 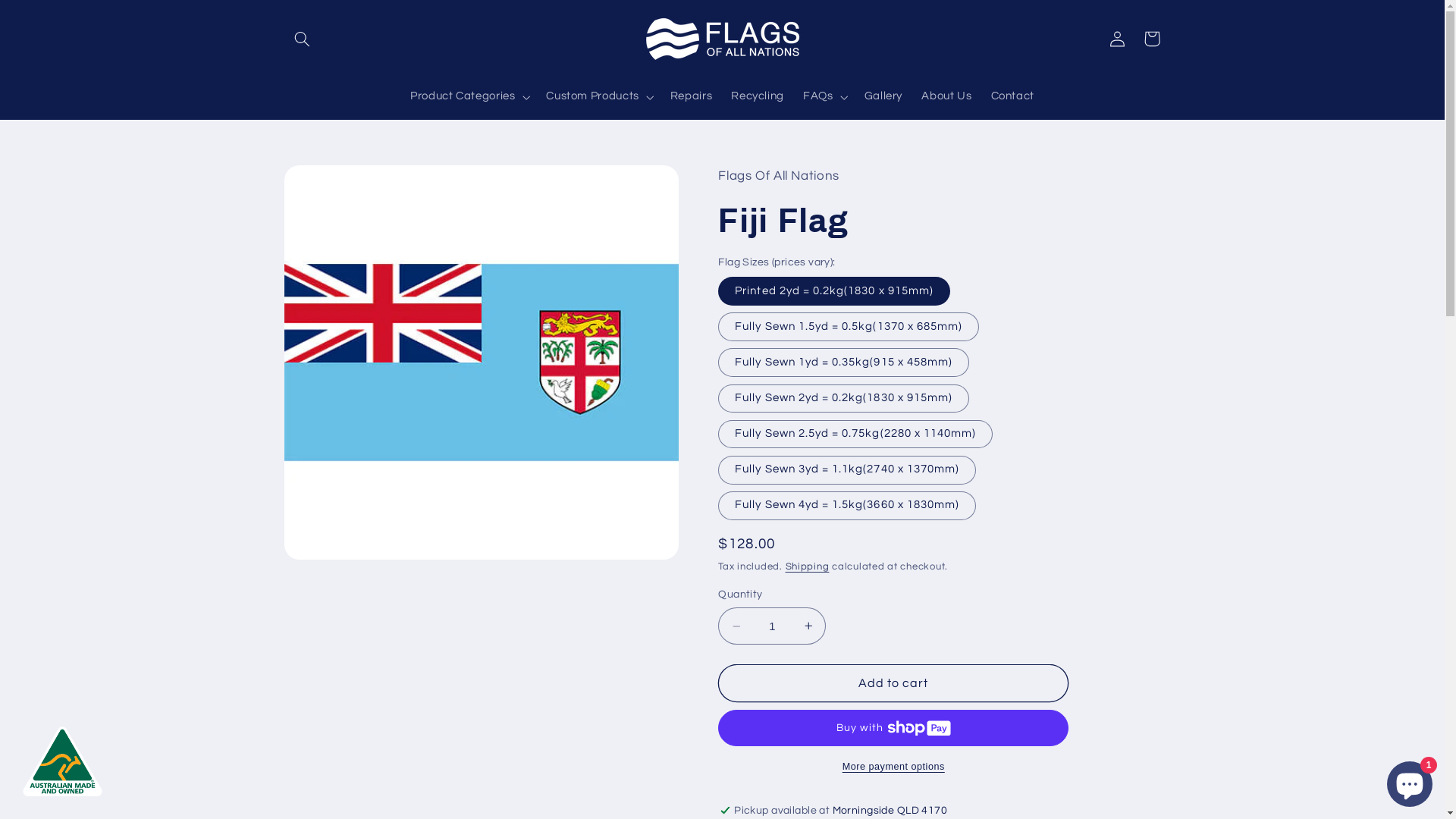 I want to click on 'Cart', so click(x=1151, y=37).